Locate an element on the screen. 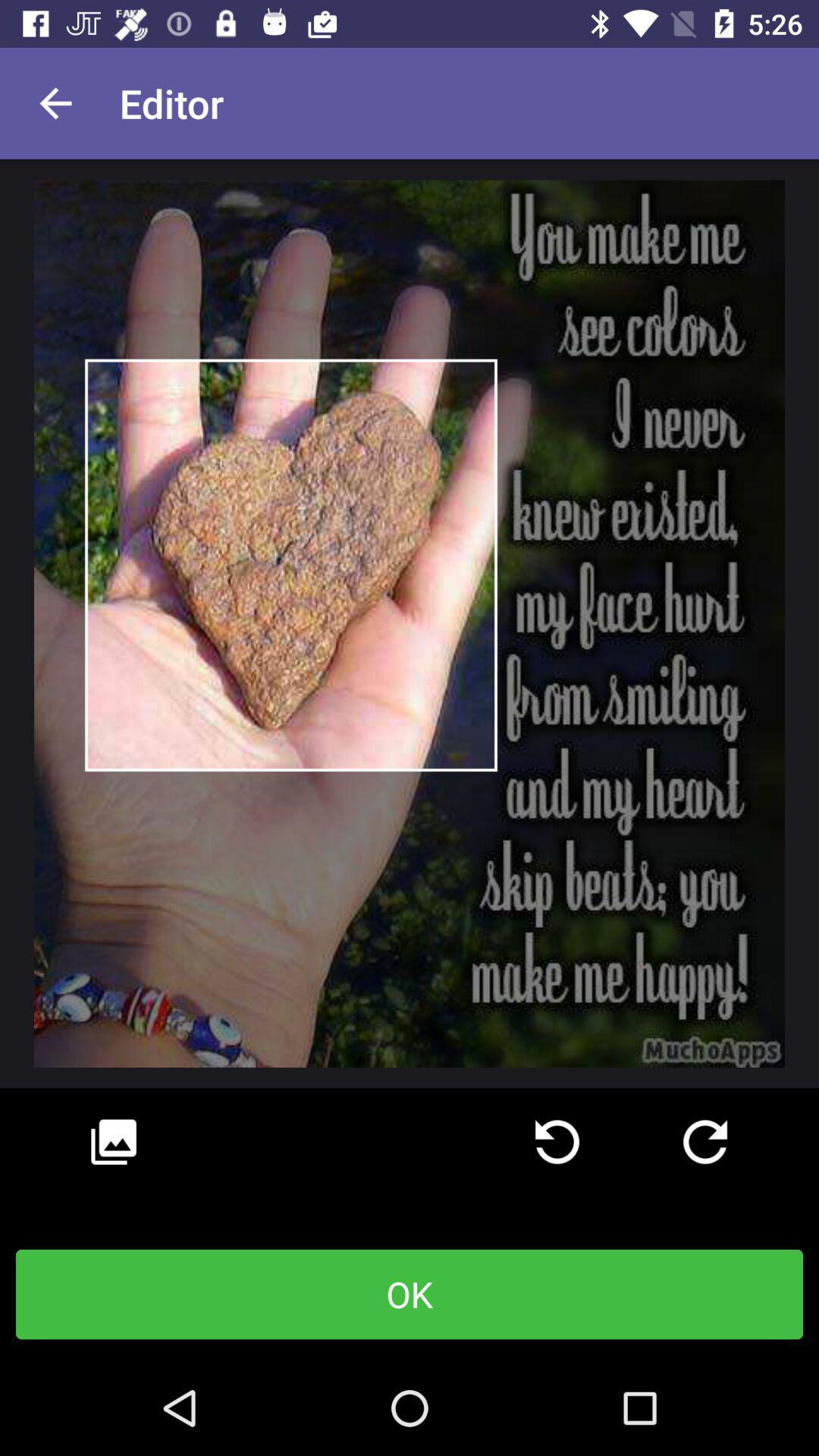 Image resolution: width=819 pixels, height=1456 pixels. the item above ok icon is located at coordinates (113, 1142).